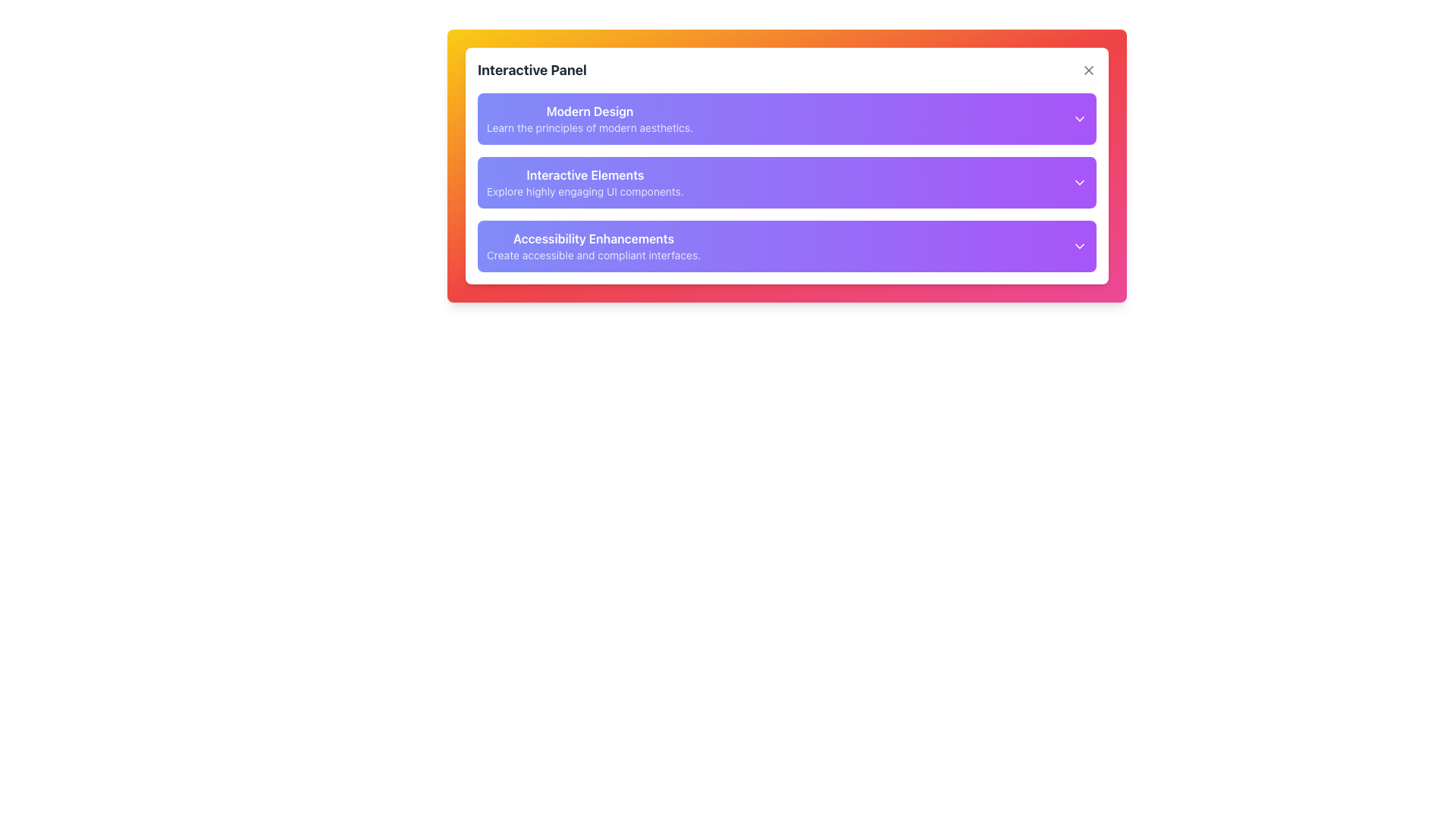 This screenshot has height=819, width=1456. What do you see at coordinates (1087, 70) in the screenshot?
I see `the close button with an 'X' symbol in gray located in the top-right corner of the 'Interactive Panel' header to change its color to red` at bounding box center [1087, 70].